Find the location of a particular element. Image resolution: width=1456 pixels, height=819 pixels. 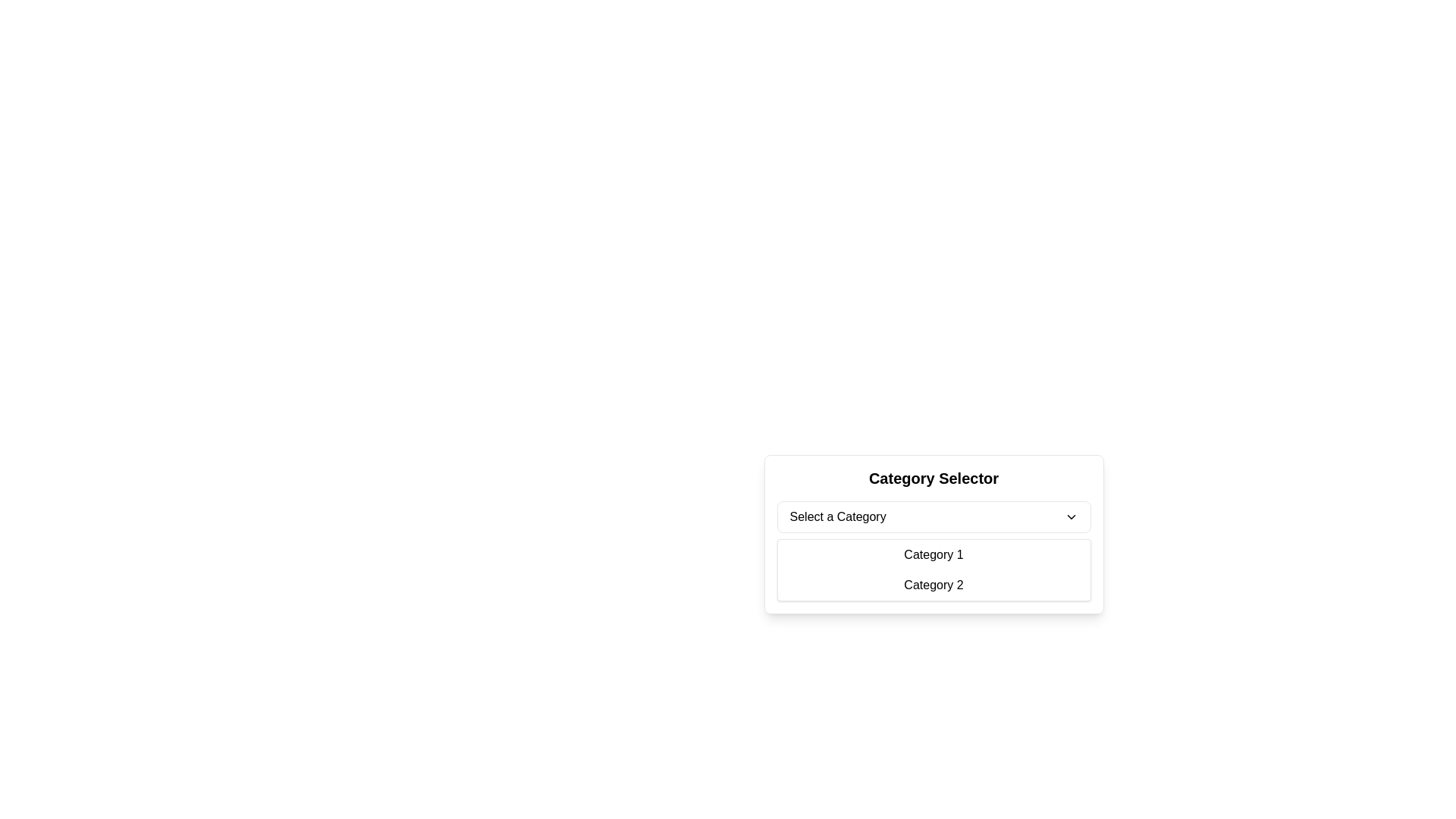

the static text label within the 'Category Selector' dropdown menu, which indicates that a category needs to be selected is located at coordinates (837, 516).